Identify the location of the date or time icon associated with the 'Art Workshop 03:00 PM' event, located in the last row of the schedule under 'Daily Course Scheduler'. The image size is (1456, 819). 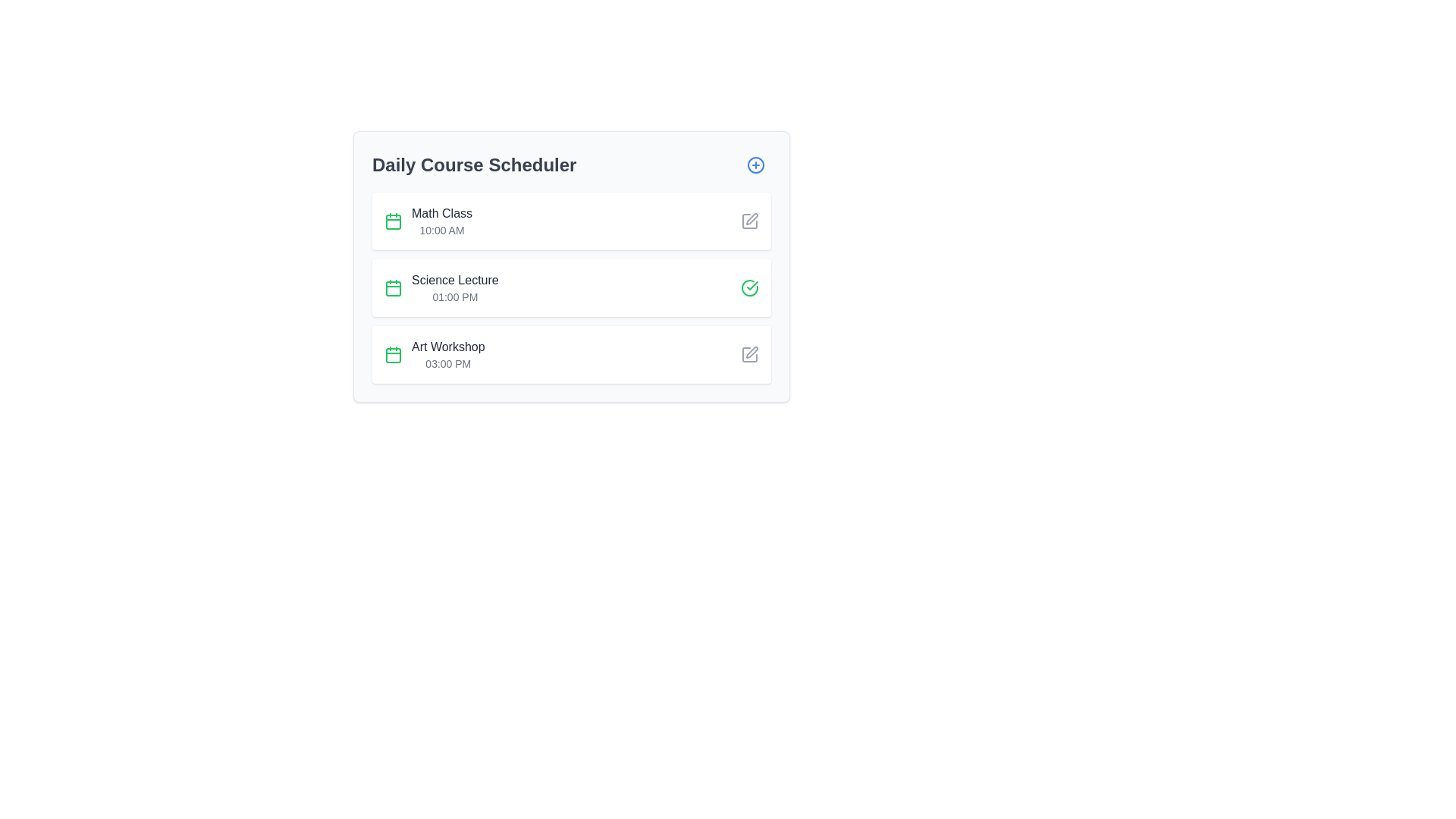
(393, 354).